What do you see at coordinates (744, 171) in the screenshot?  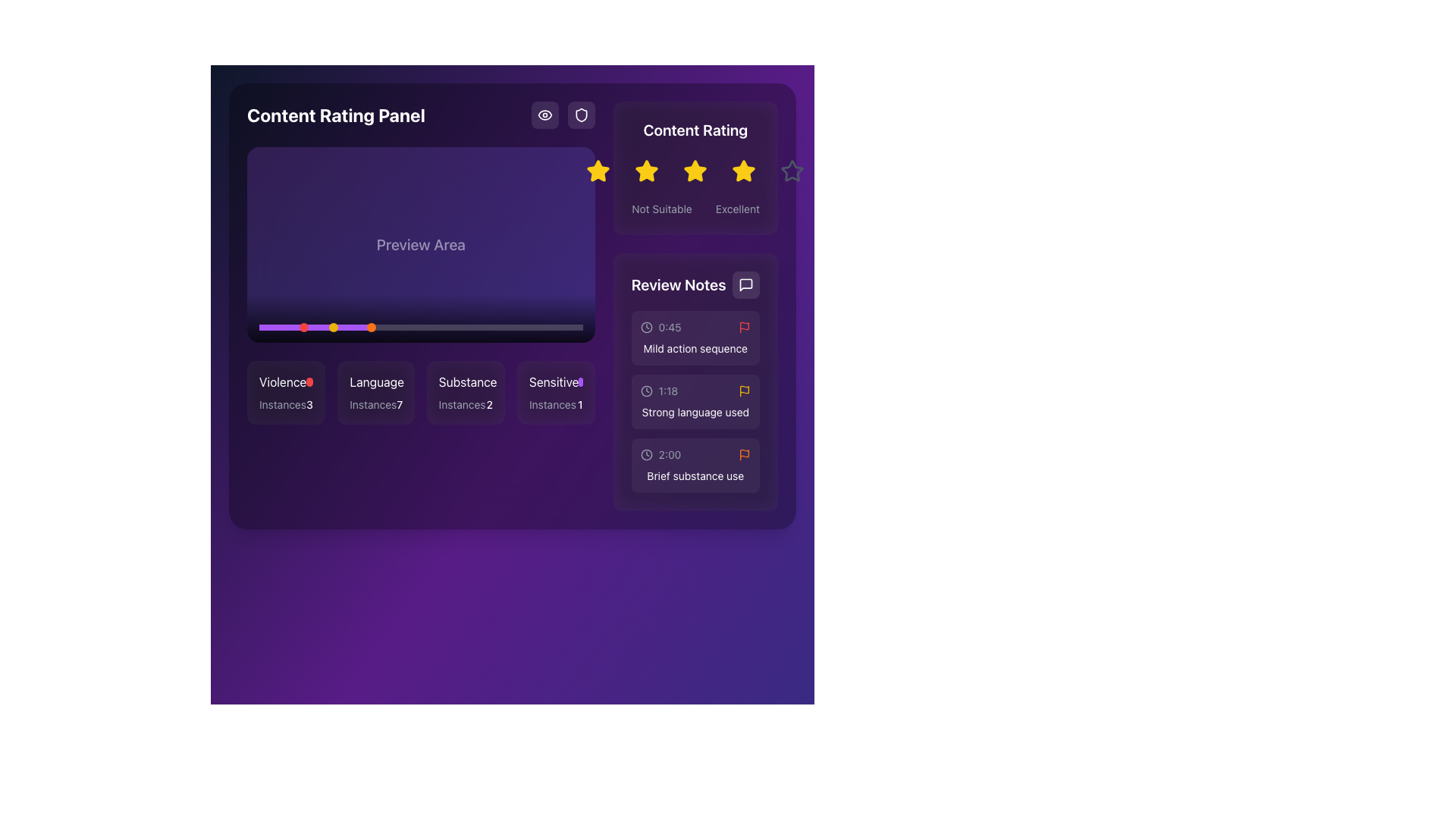 I see `the fifth star in the 'Content Rating' section` at bounding box center [744, 171].